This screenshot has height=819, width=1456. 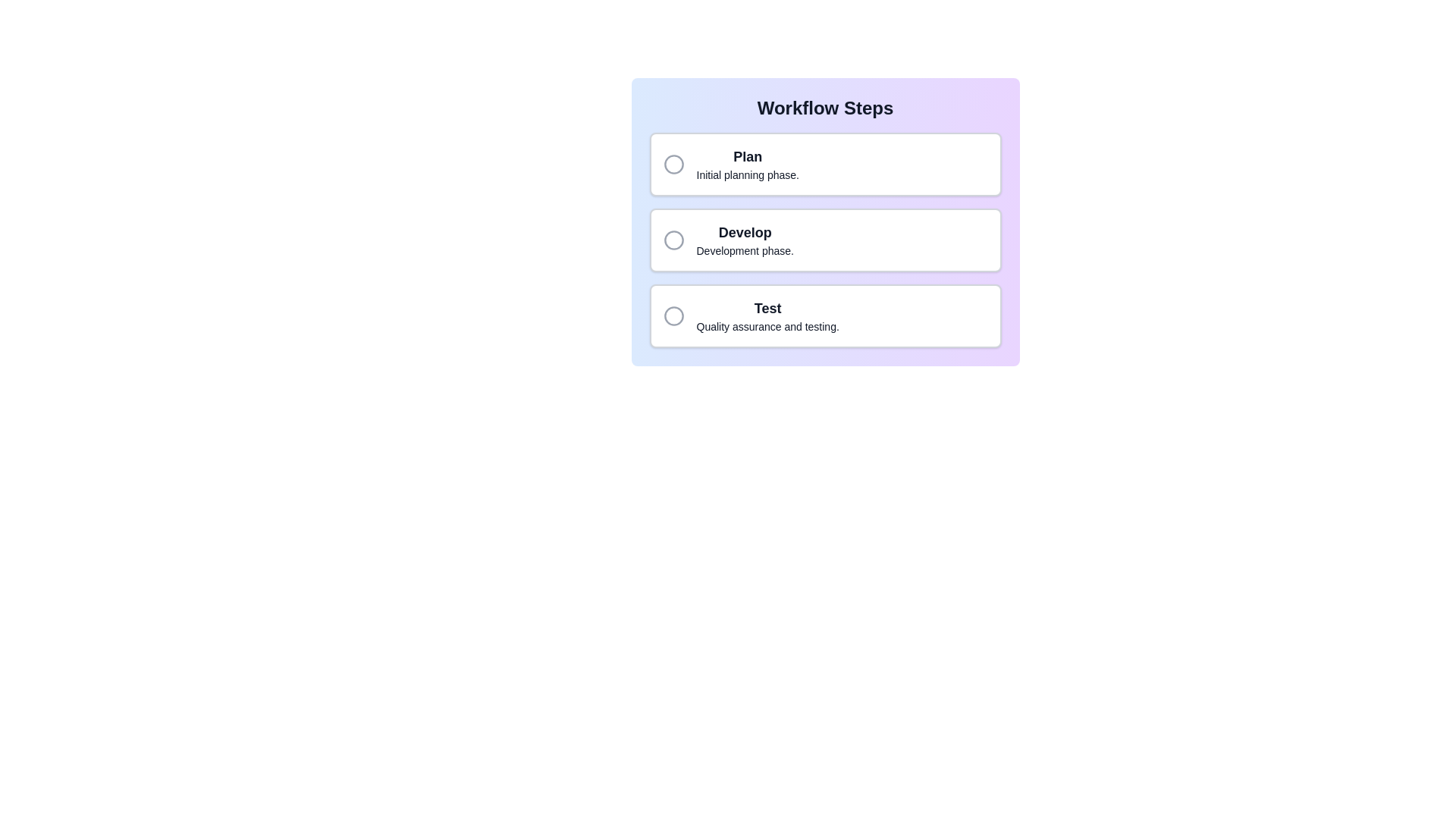 I want to click on text content of the descriptive subtitle located directly underneath the 'Develop' text in the vertical workflow list, so click(x=745, y=250).